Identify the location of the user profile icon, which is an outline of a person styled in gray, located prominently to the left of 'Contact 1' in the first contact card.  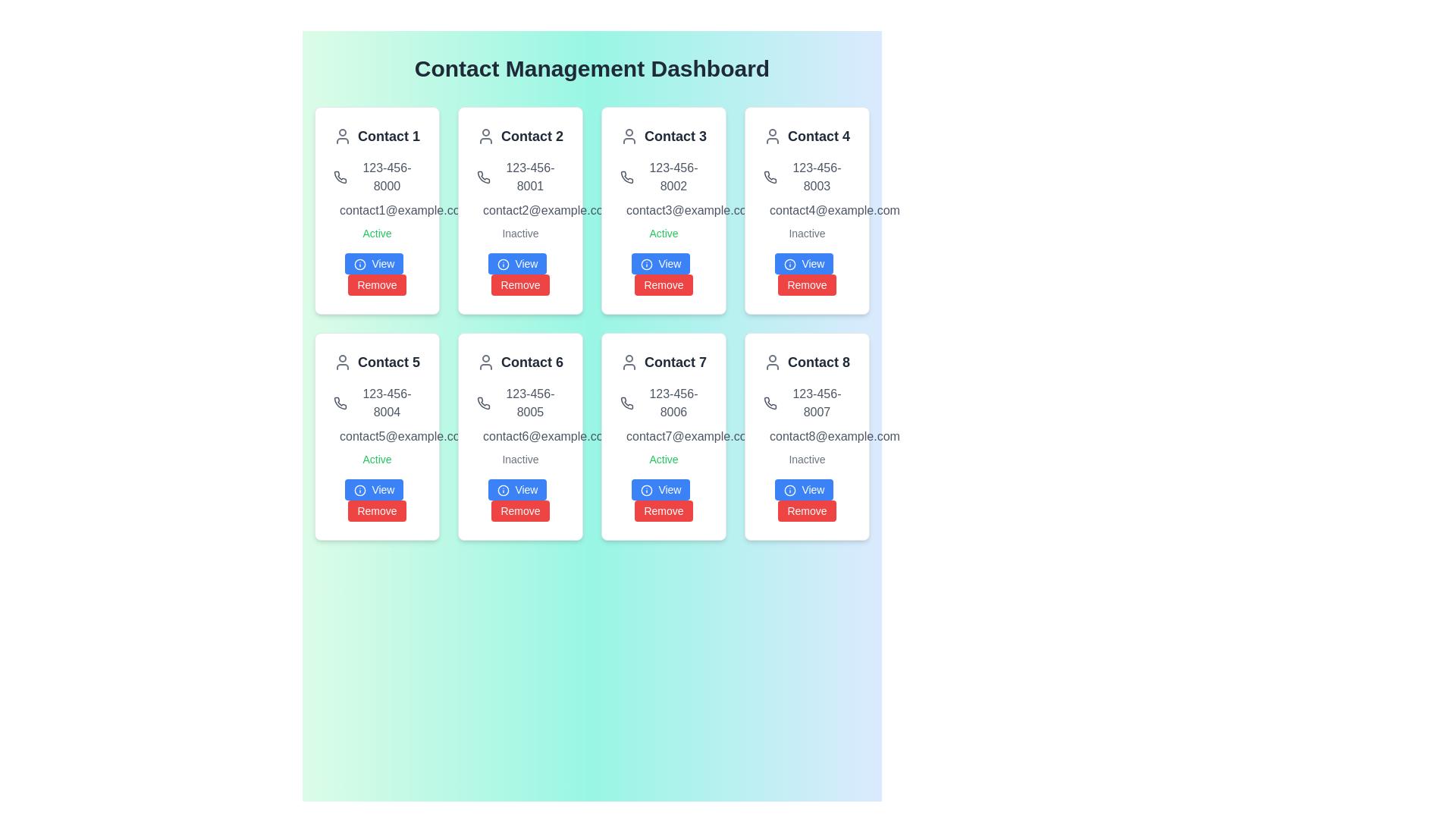
(341, 136).